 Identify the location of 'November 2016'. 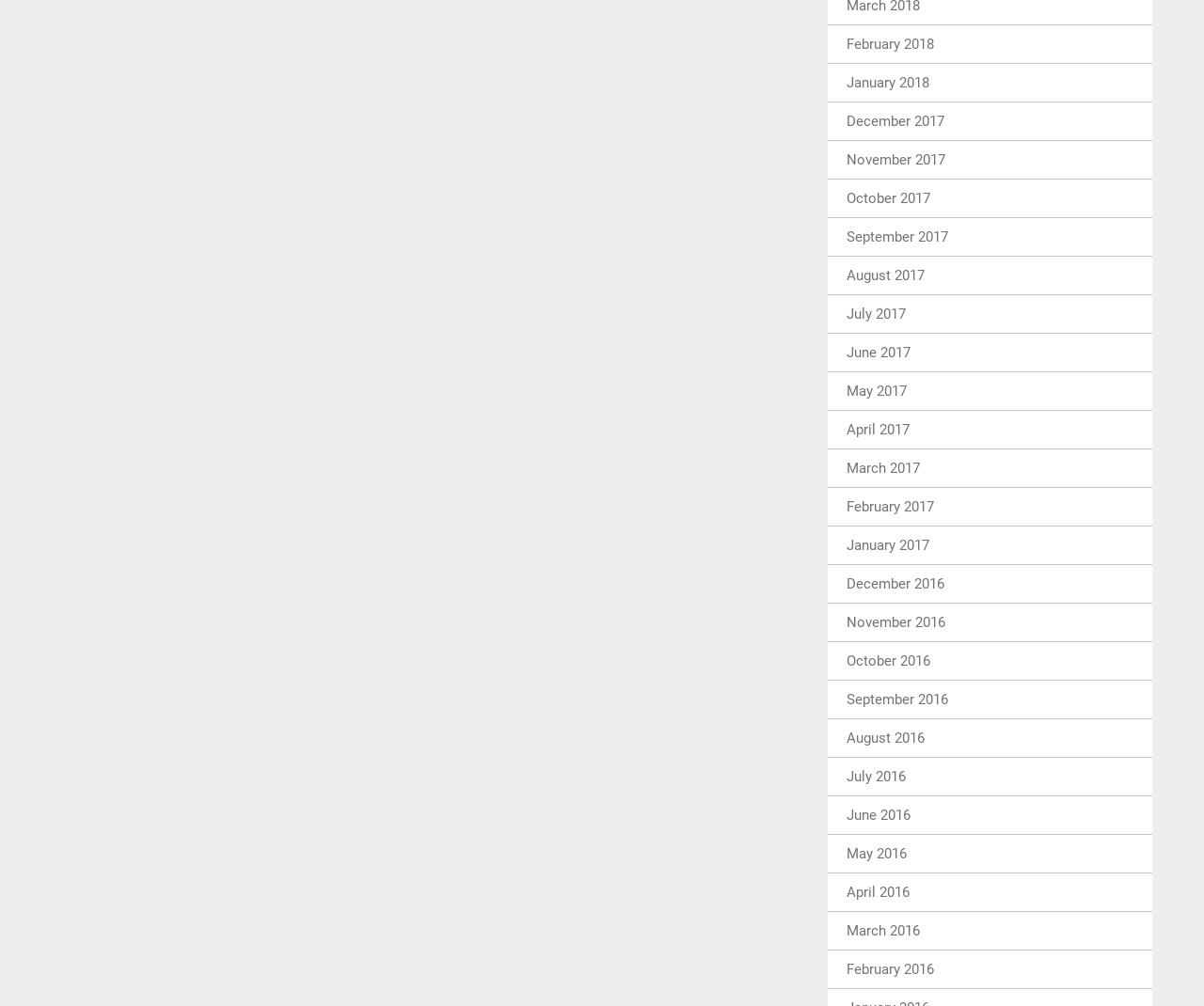
(895, 621).